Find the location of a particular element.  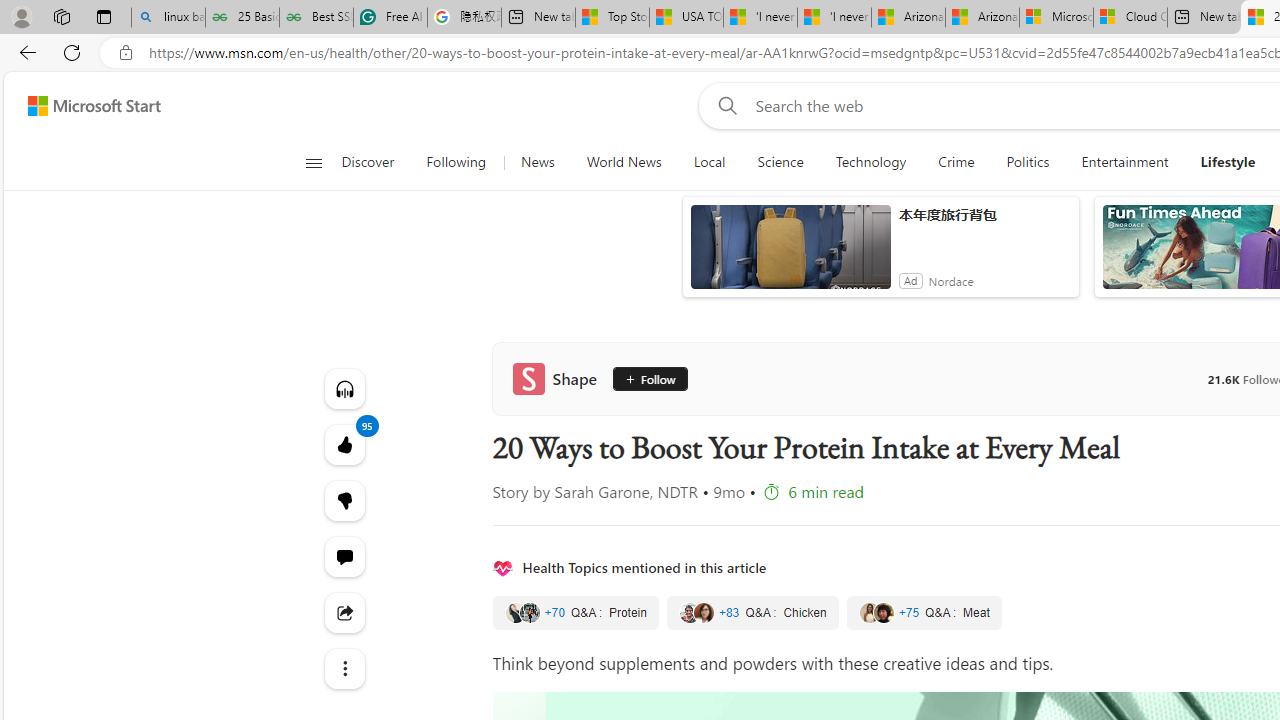

'Free AI Writing Assistance for Students | Grammarly' is located at coordinates (391, 17).